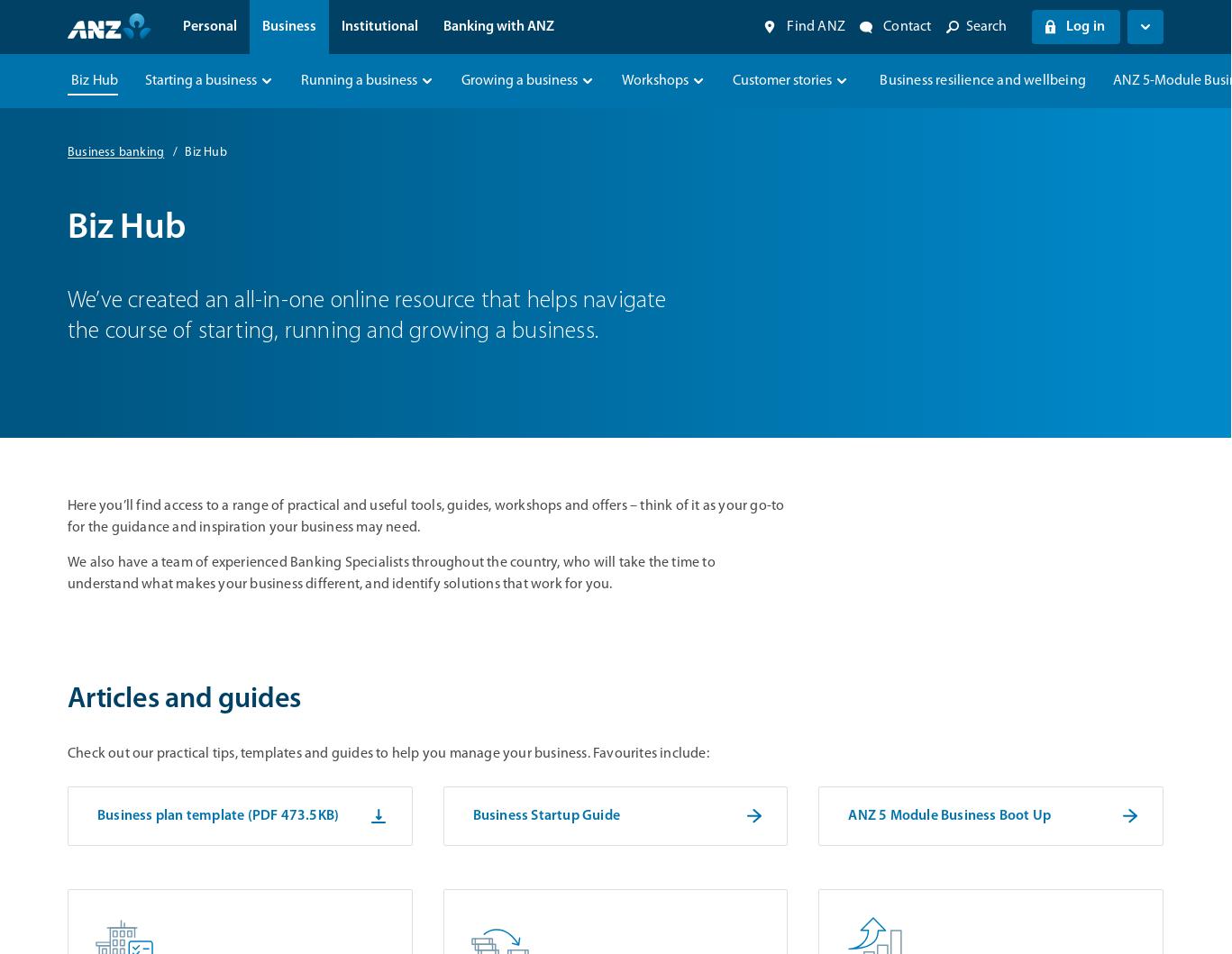 The height and width of the screenshot is (954, 1232). I want to click on 'Transaction banking', so click(264, 197).